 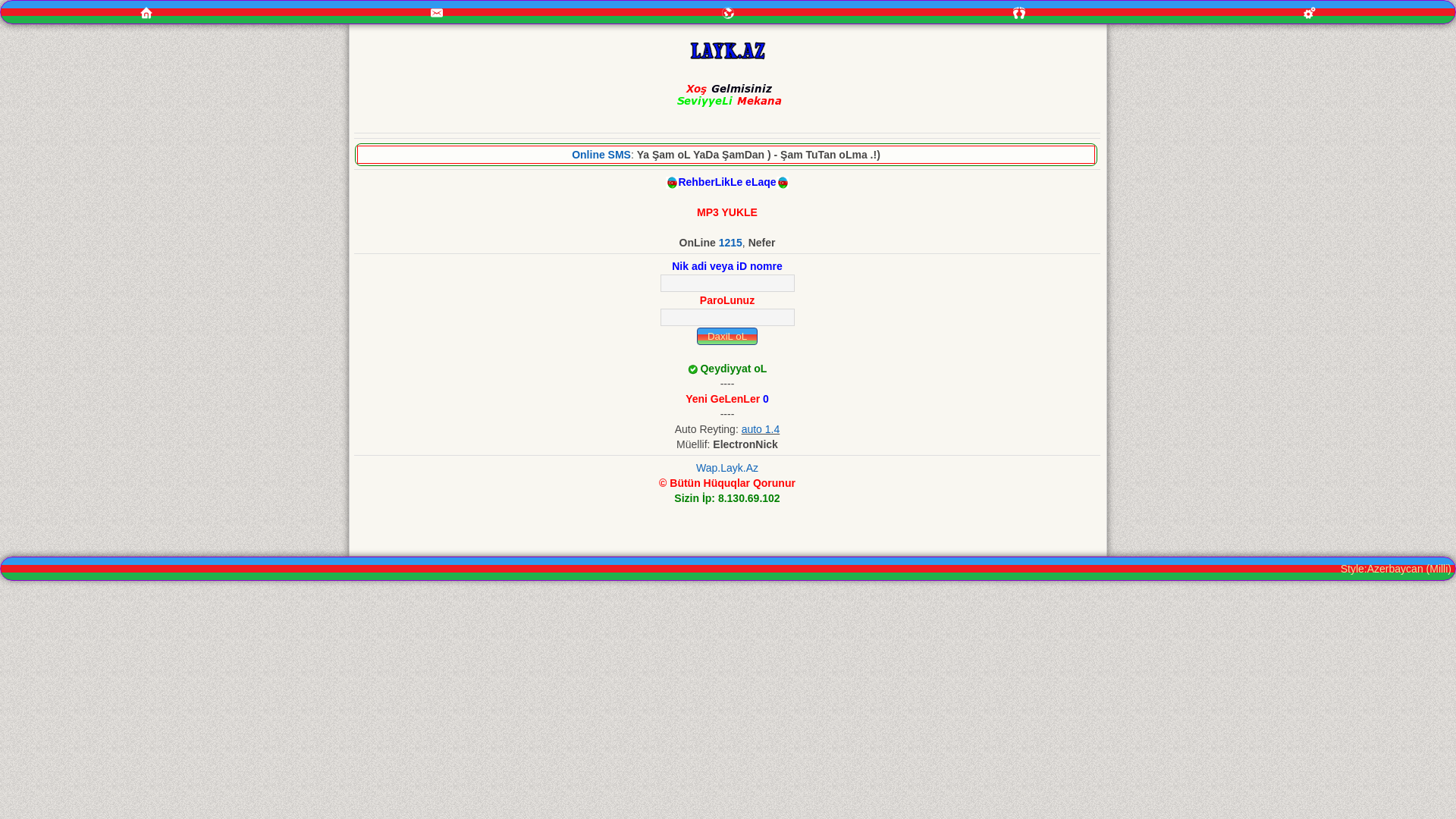 What do you see at coordinates (742, 429) in the screenshot?
I see `'auto 1.4'` at bounding box center [742, 429].